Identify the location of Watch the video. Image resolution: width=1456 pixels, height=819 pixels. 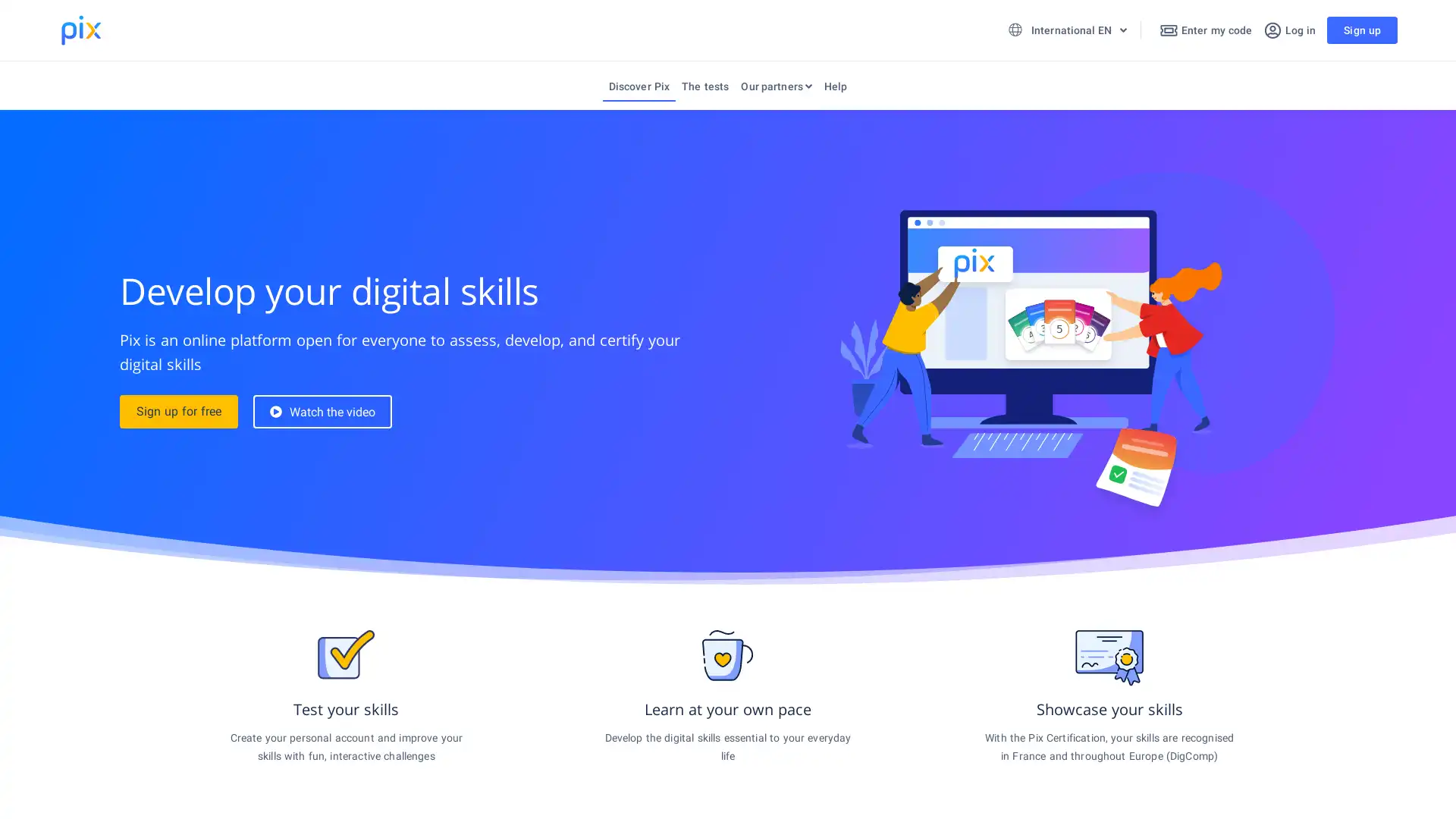
(322, 412).